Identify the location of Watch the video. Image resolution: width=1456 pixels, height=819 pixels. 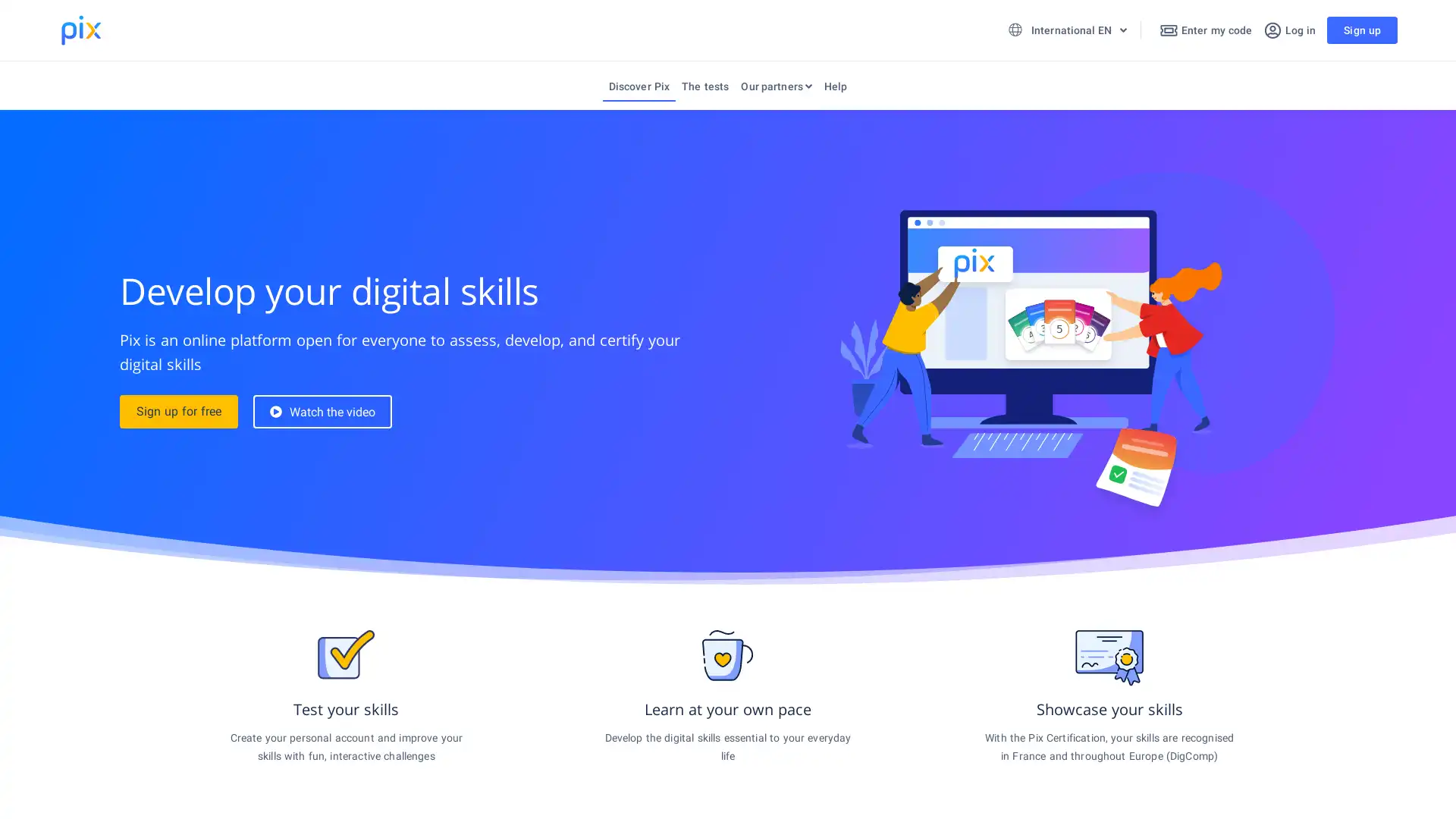
(322, 412).